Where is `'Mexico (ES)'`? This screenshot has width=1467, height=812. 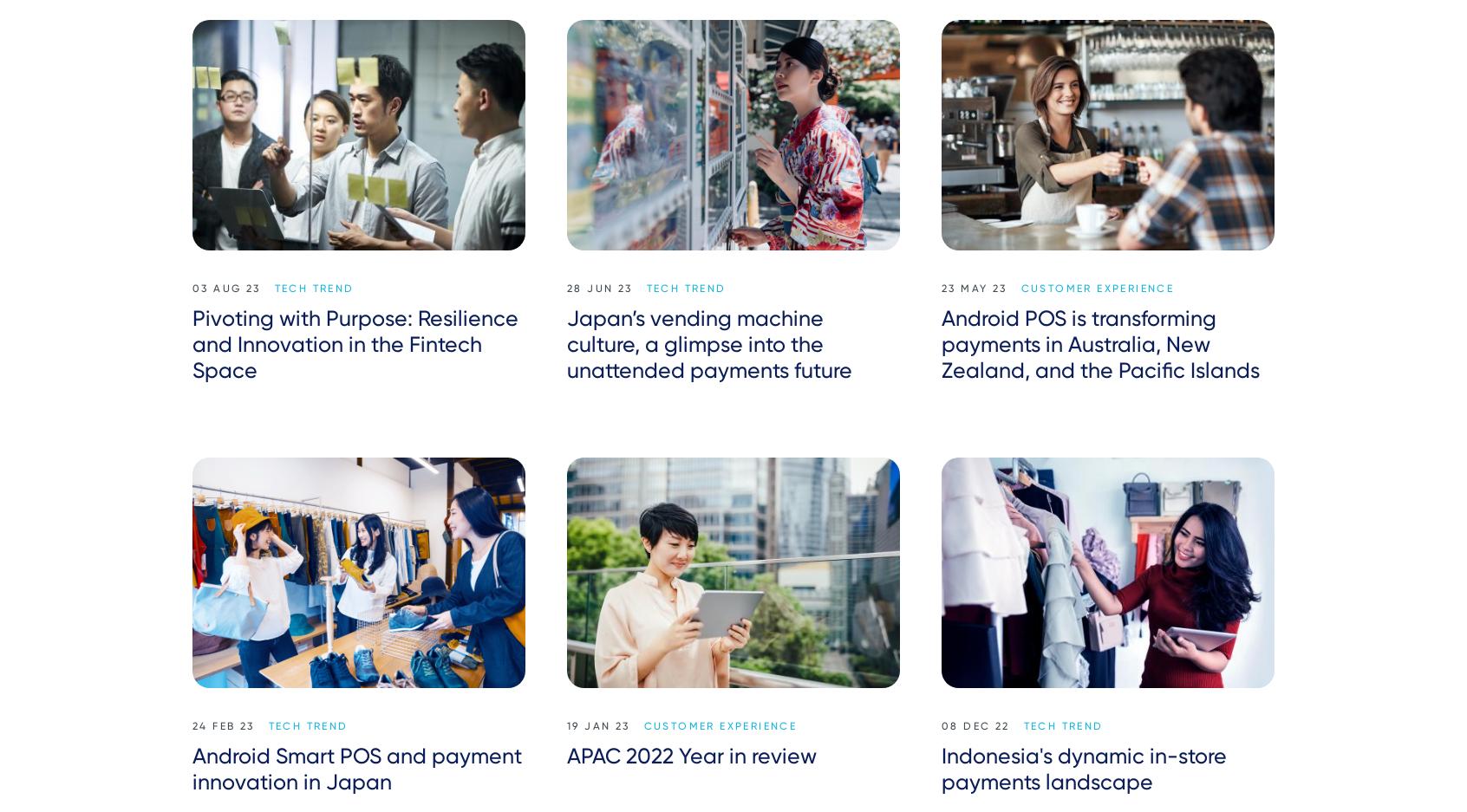 'Mexico (ES)' is located at coordinates (1128, 757).